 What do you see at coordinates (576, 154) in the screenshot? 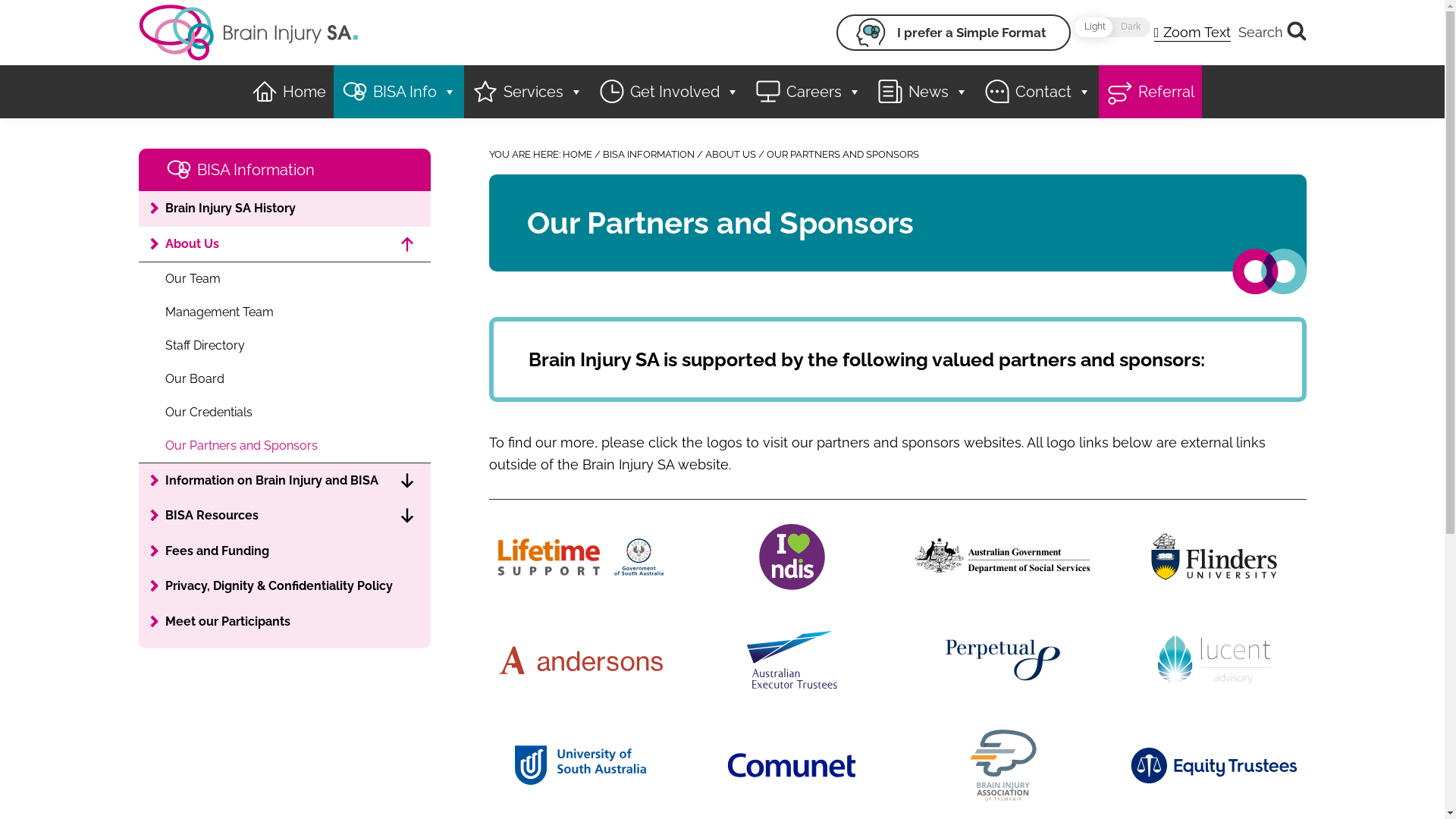
I see `'HOME'` at bounding box center [576, 154].